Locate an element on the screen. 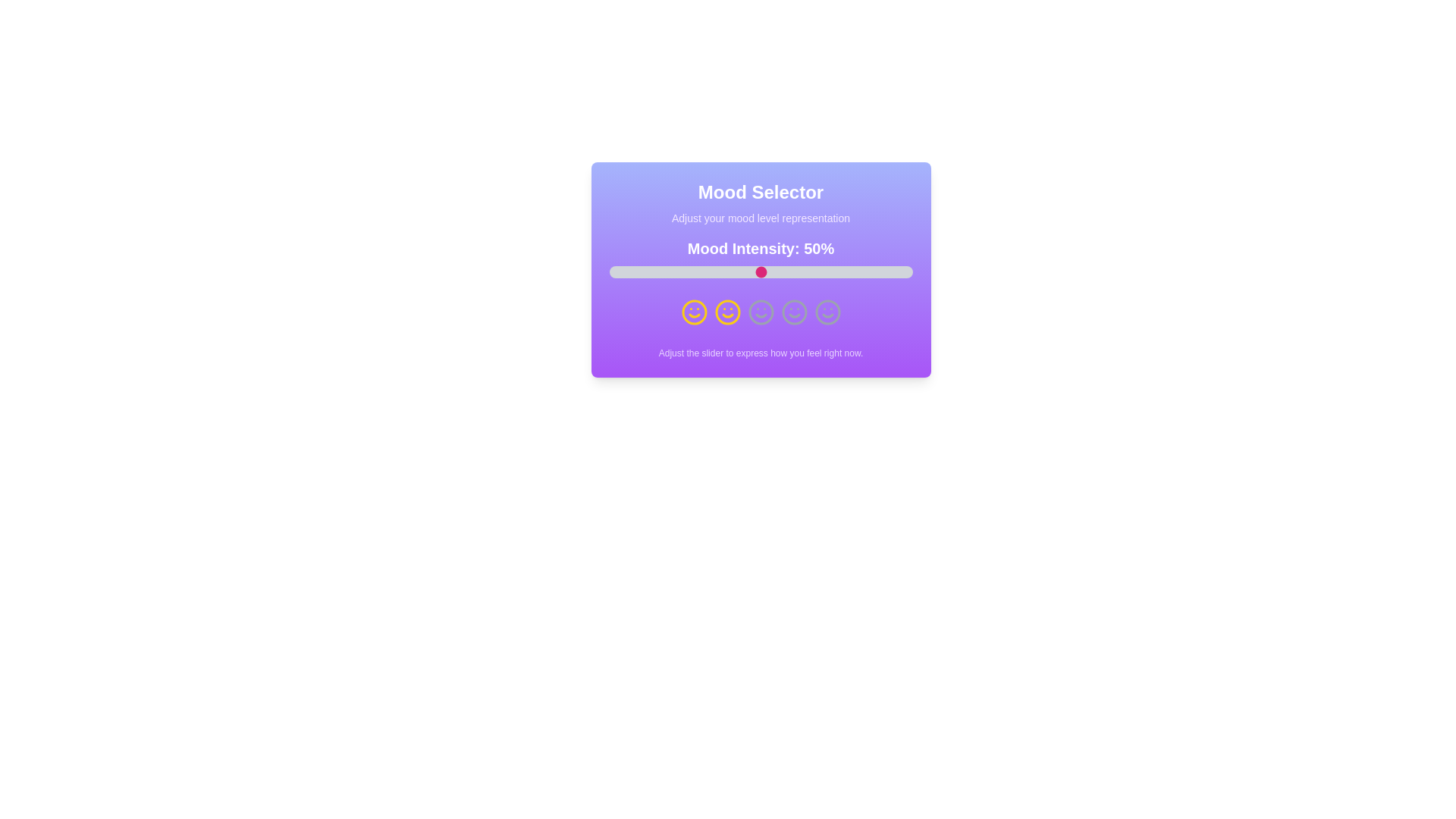 The height and width of the screenshot is (819, 1456). the mood intensity slider to 16% is located at coordinates (657, 271).